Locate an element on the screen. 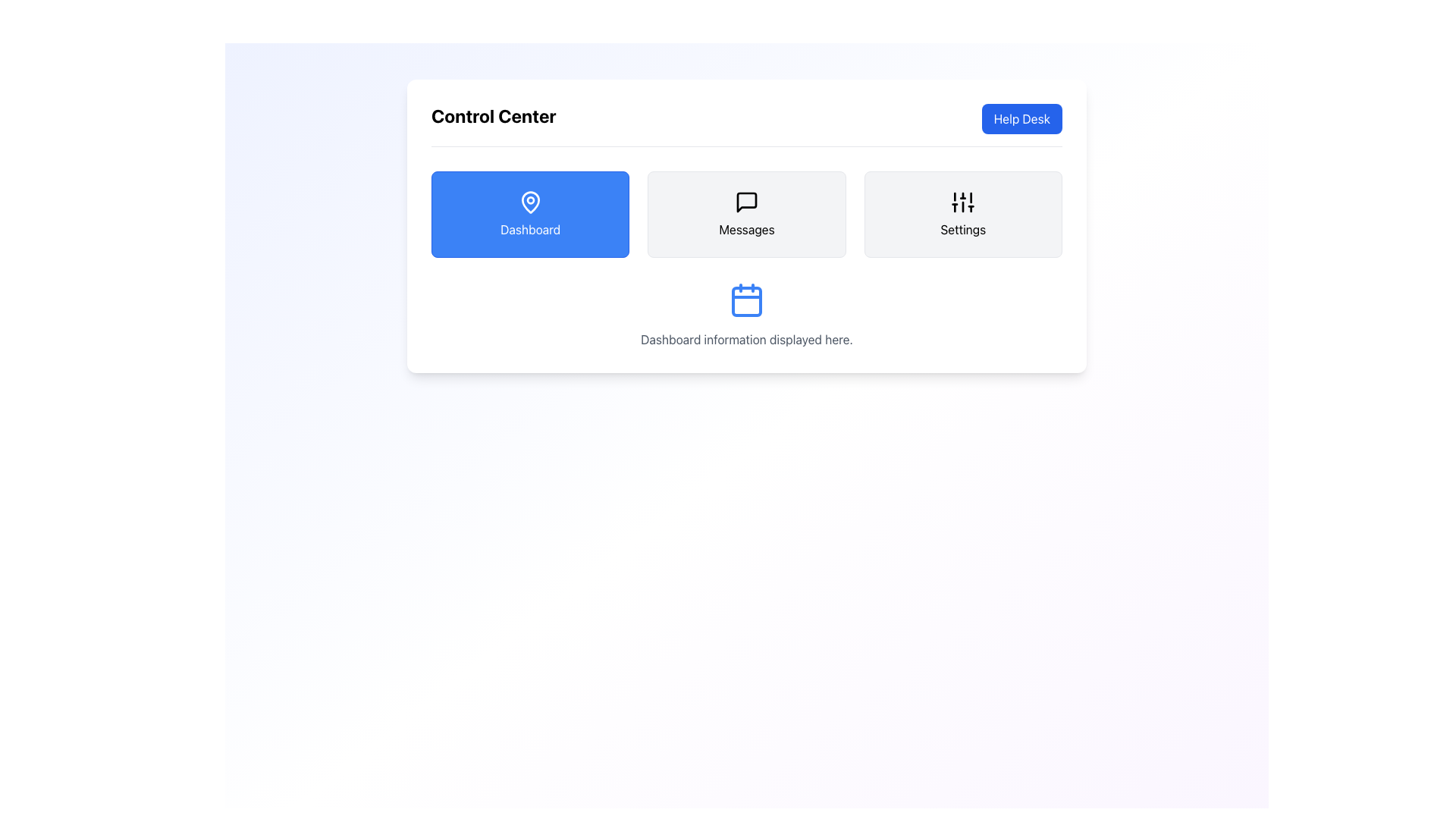  the rectangular date indicator located at the center of the calendar icon with rounded corners is located at coordinates (746, 301).